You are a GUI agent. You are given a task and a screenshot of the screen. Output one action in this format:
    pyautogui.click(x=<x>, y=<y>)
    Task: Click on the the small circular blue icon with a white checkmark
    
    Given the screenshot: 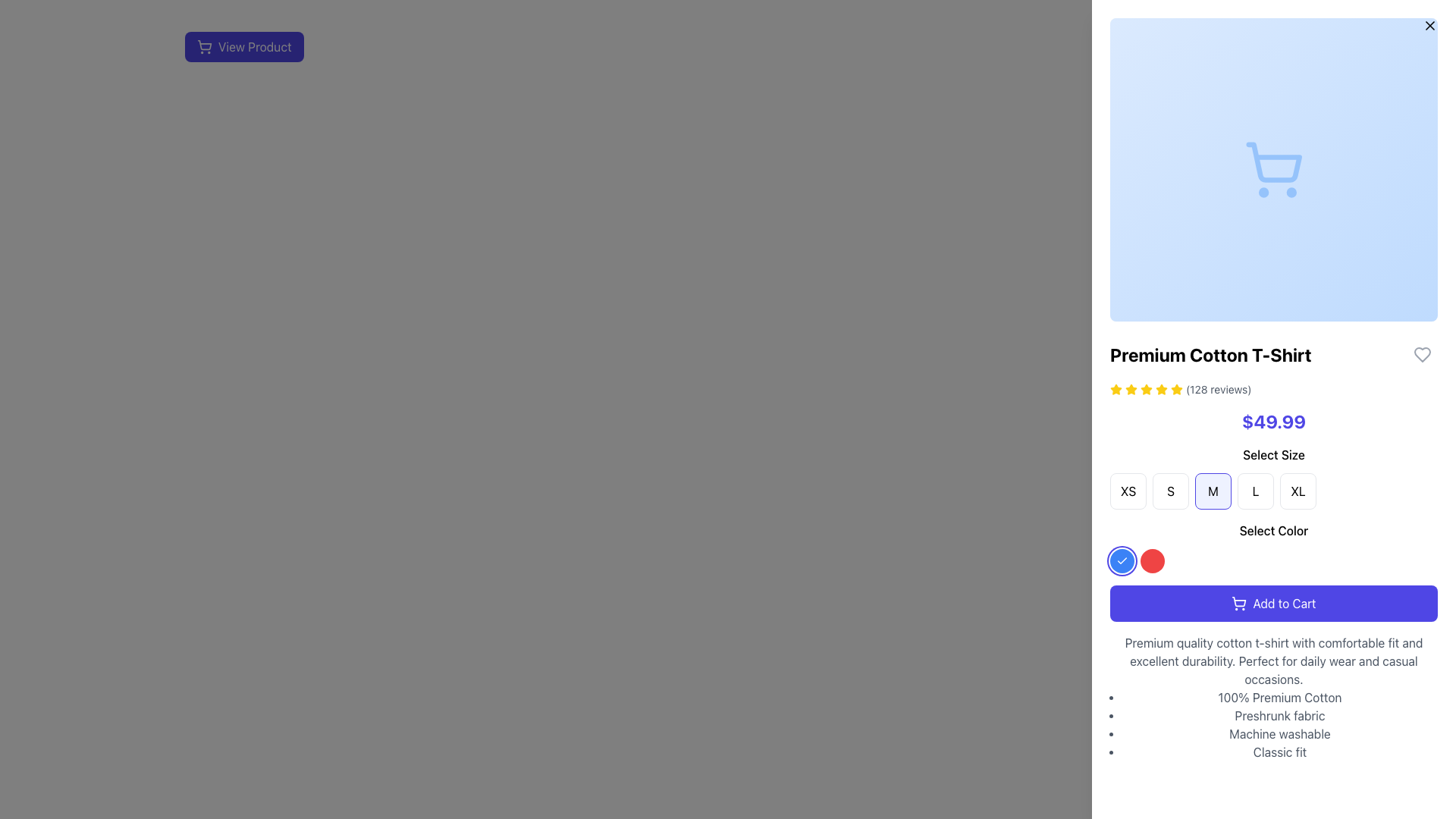 What is the action you would take?
    pyautogui.click(x=1122, y=561)
    